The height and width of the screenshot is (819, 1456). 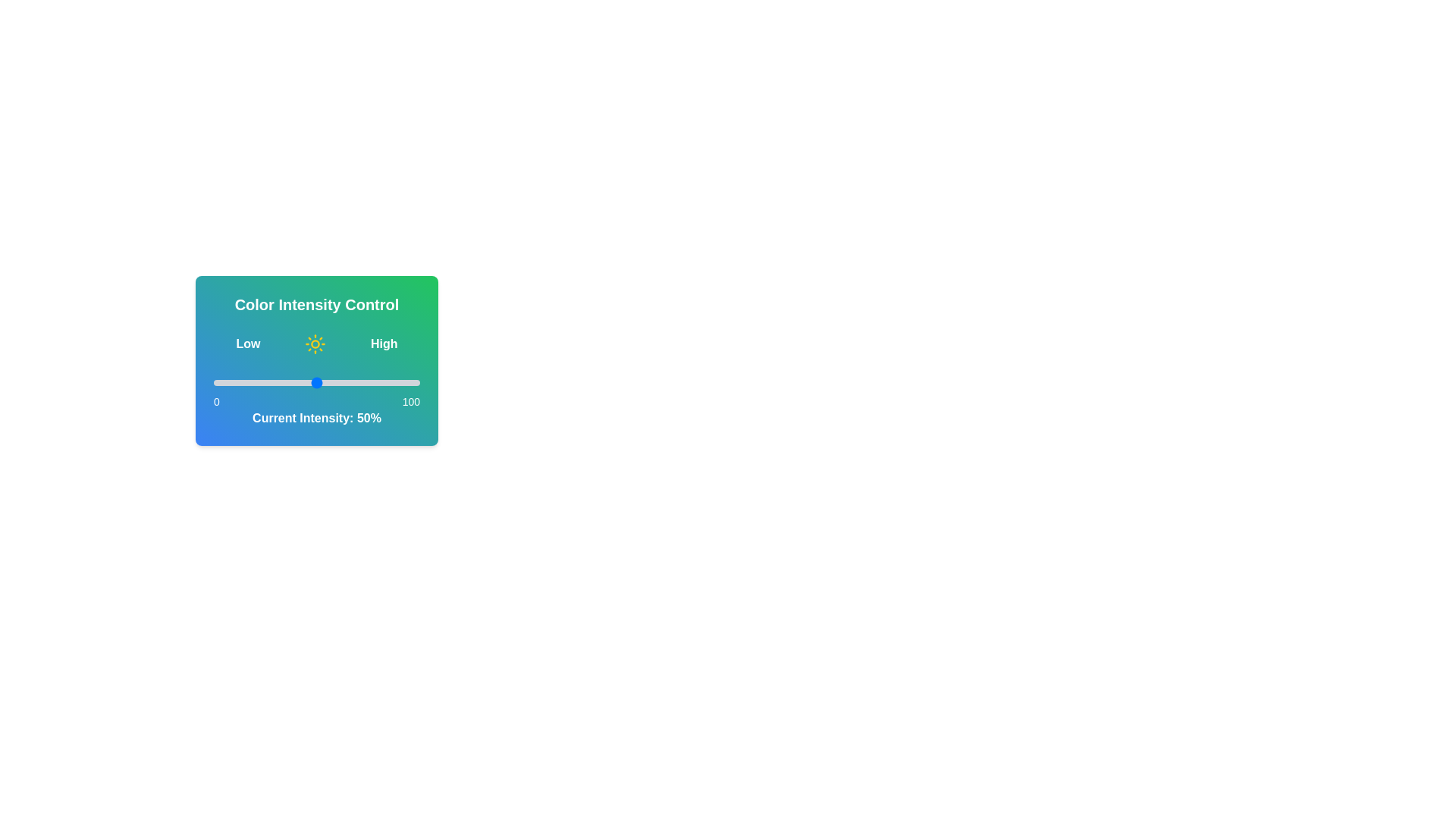 What do you see at coordinates (215, 400) in the screenshot?
I see `the Text label representing the minimum value for the slider control in the 'Color Intensity Control' panel, located on the lower-left side, to the left of the number '100'` at bounding box center [215, 400].